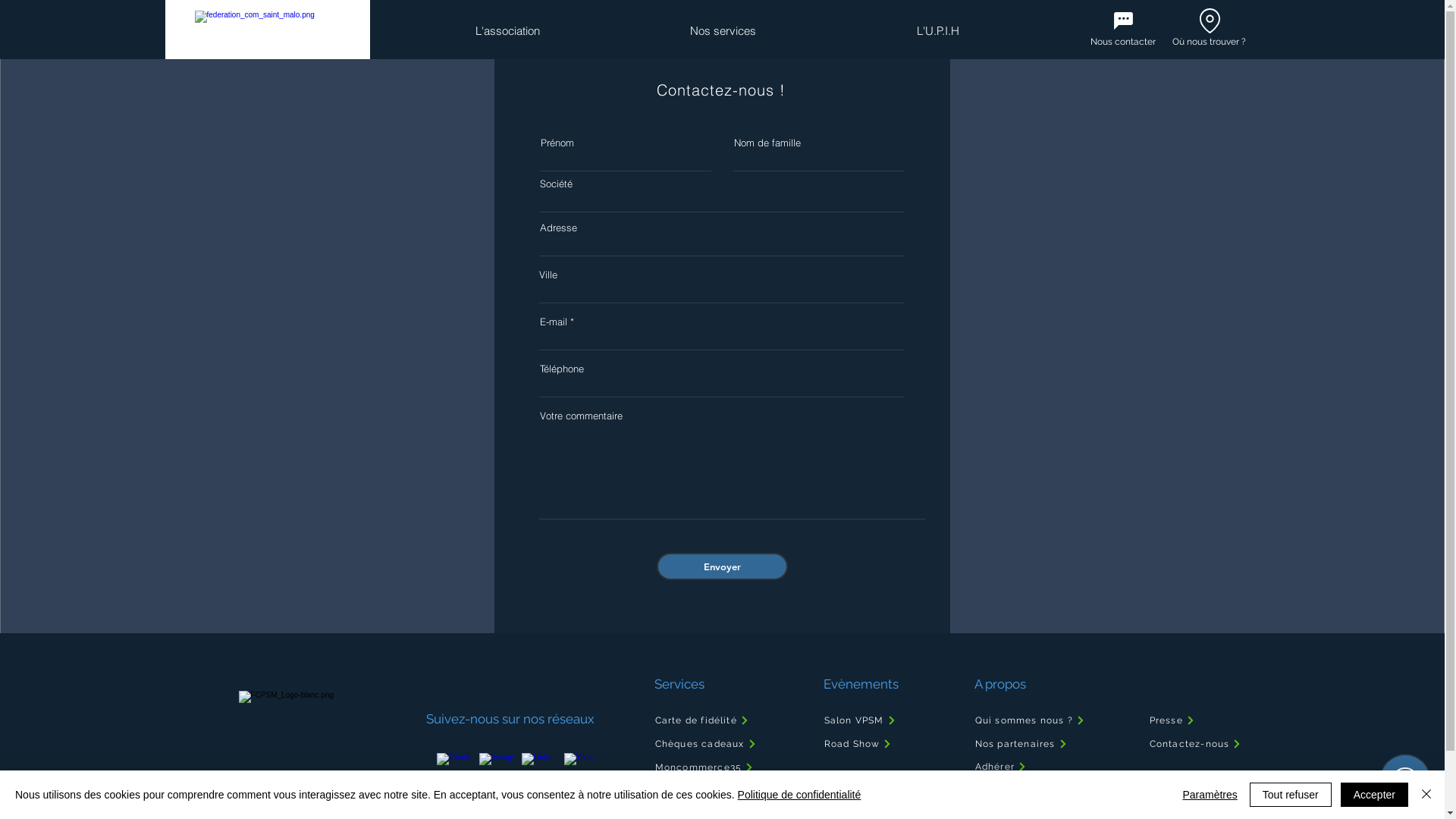  Describe the element at coordinates (973, 719) in the screenshot. I see `'Qui sommes nous ?'` at that location.